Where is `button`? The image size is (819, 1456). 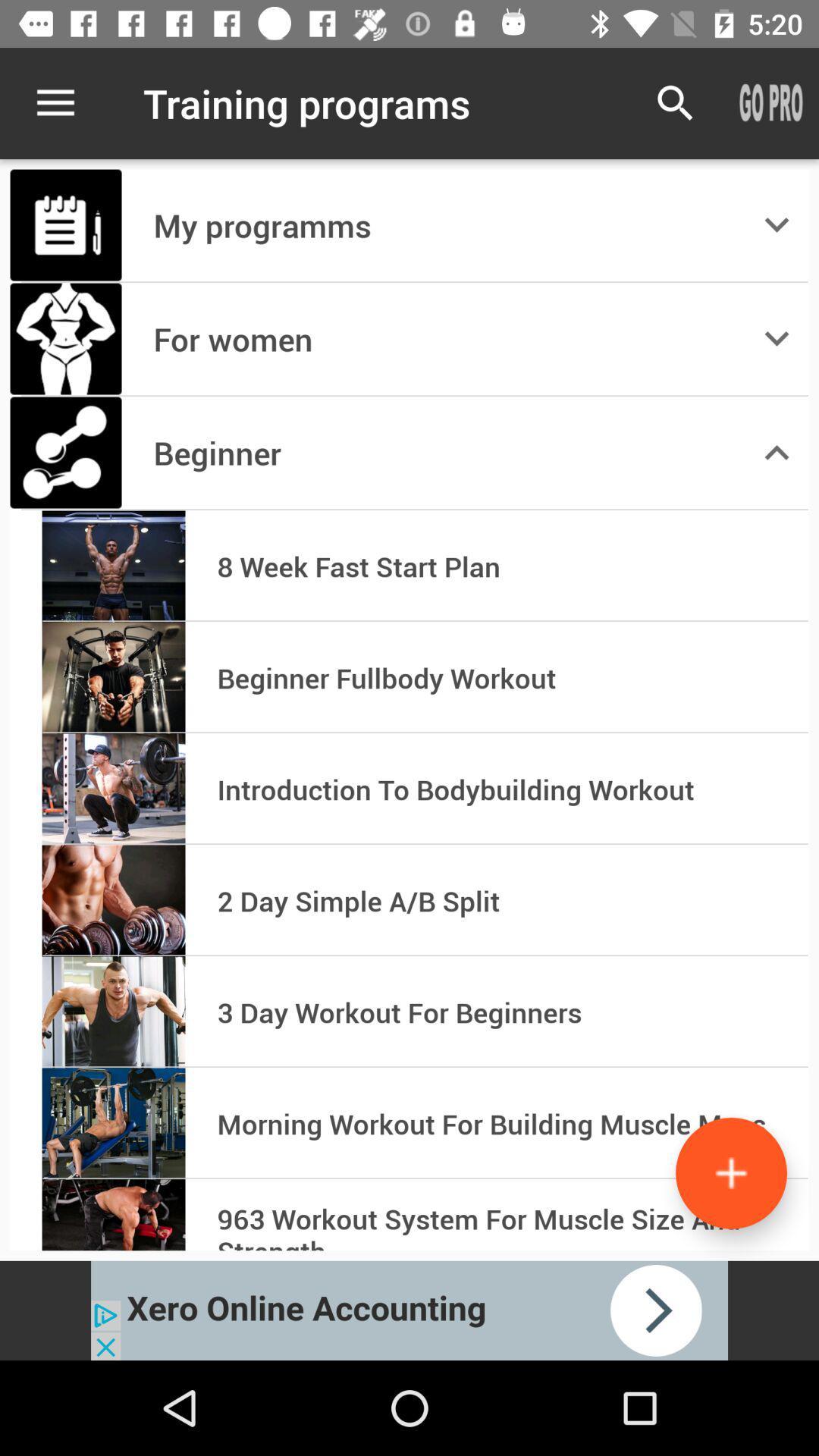 button is located at coordinates (730, 1172).